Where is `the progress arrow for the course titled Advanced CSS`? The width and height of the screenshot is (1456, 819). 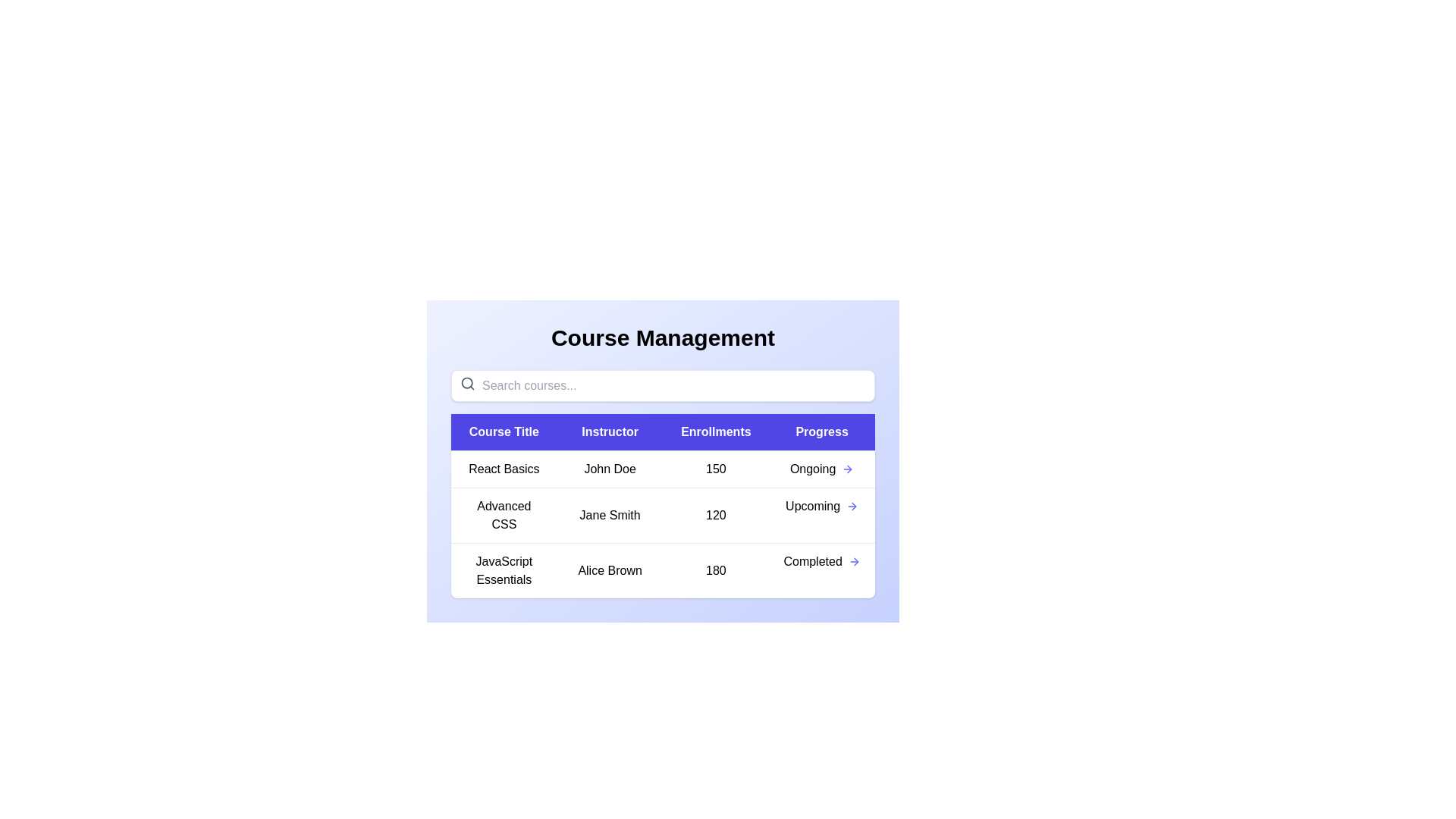
the progress arrow for the course titled Advanced CSS is located at coordinates (852, 506).